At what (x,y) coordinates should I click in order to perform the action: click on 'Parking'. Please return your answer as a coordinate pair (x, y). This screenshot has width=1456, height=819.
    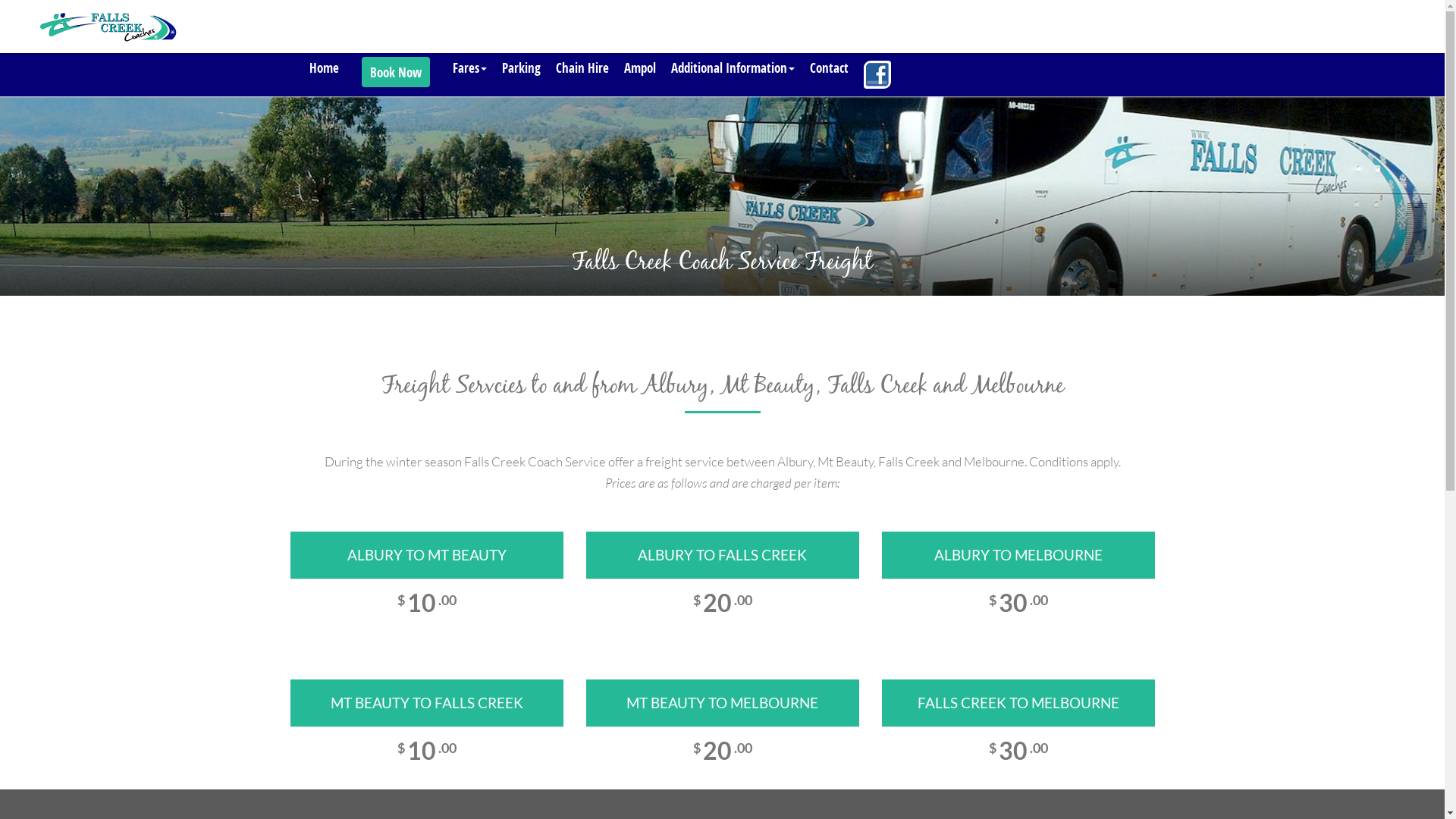
    Looking at the image, I should click on (521, 67).